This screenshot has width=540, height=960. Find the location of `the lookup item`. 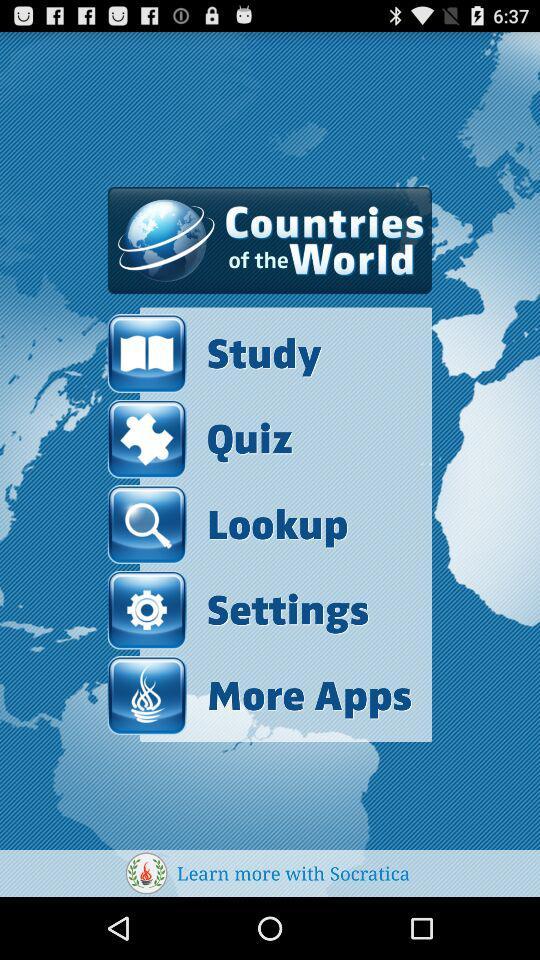

the lookup item is located at coordinates (226, 523).